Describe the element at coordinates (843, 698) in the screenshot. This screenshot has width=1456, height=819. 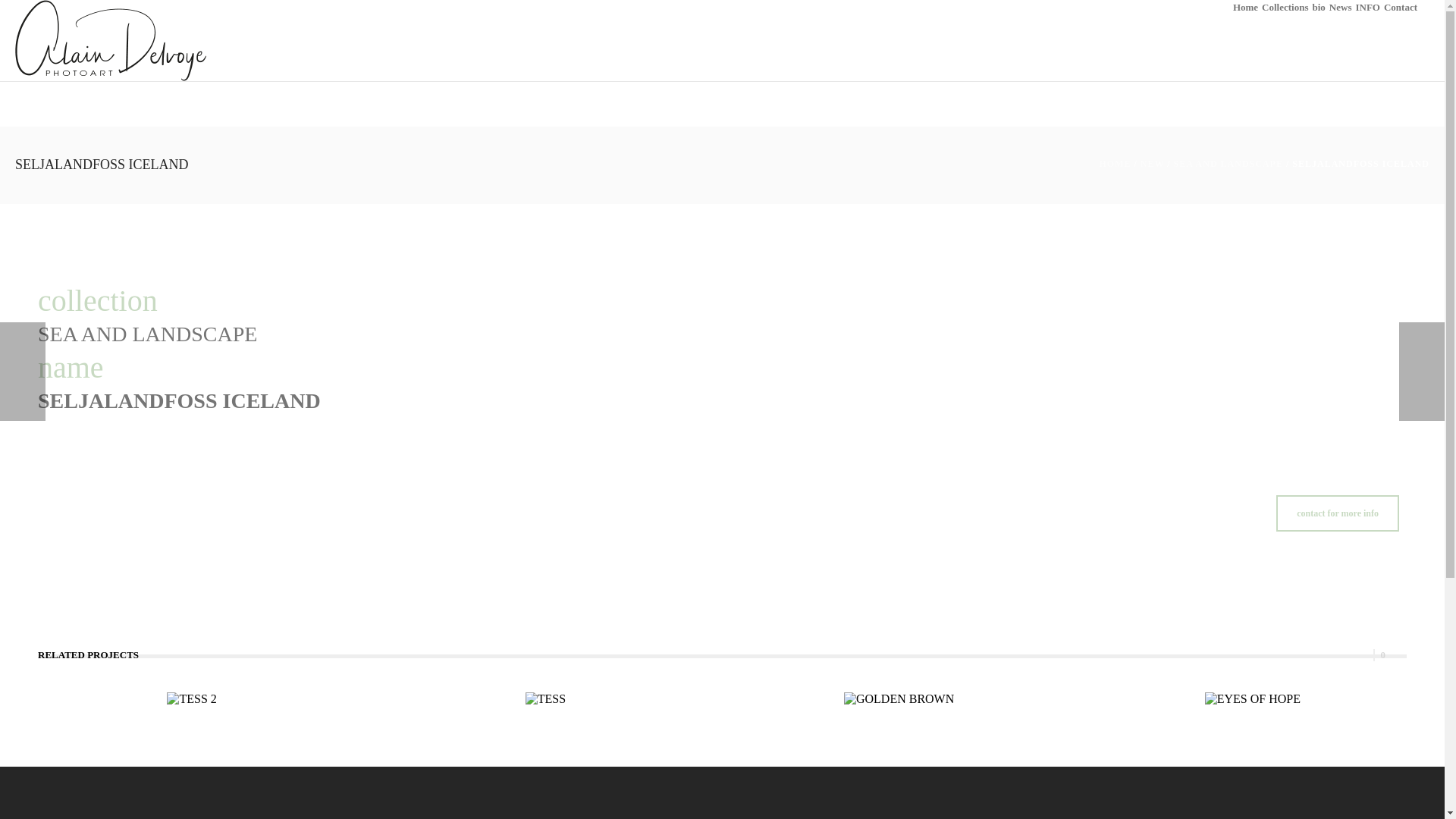
I see `'GOLDEN BROWN'` at that location.